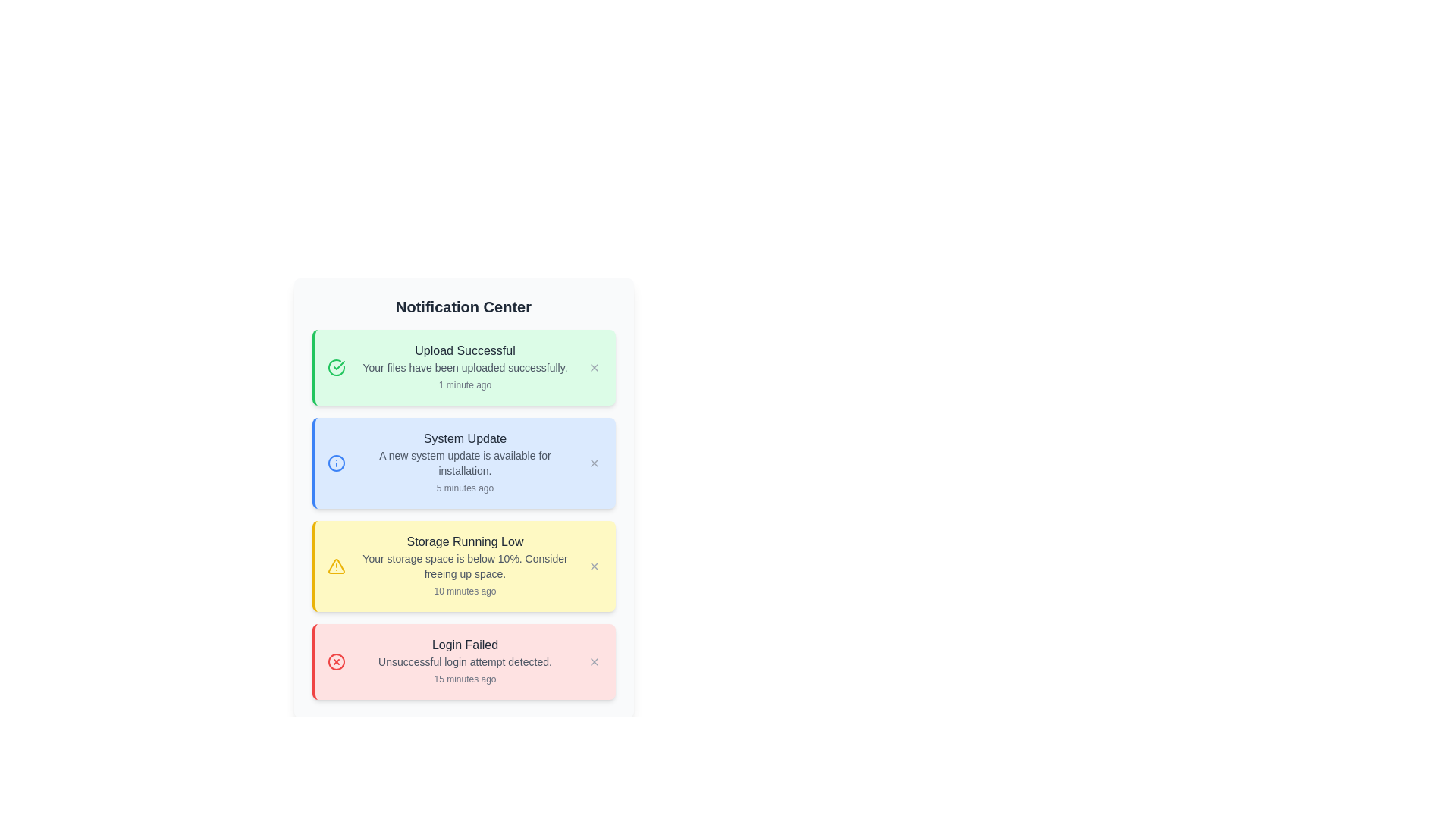 The height and width of the screenshot is (819, 1456). Describe the element at coordinates (464, 368) in the screenshot. I see `the text element stating 'Your files have been uploaded successfully', which is located directly below the heading 'Upload Successful' in the Notification Center` at that location.